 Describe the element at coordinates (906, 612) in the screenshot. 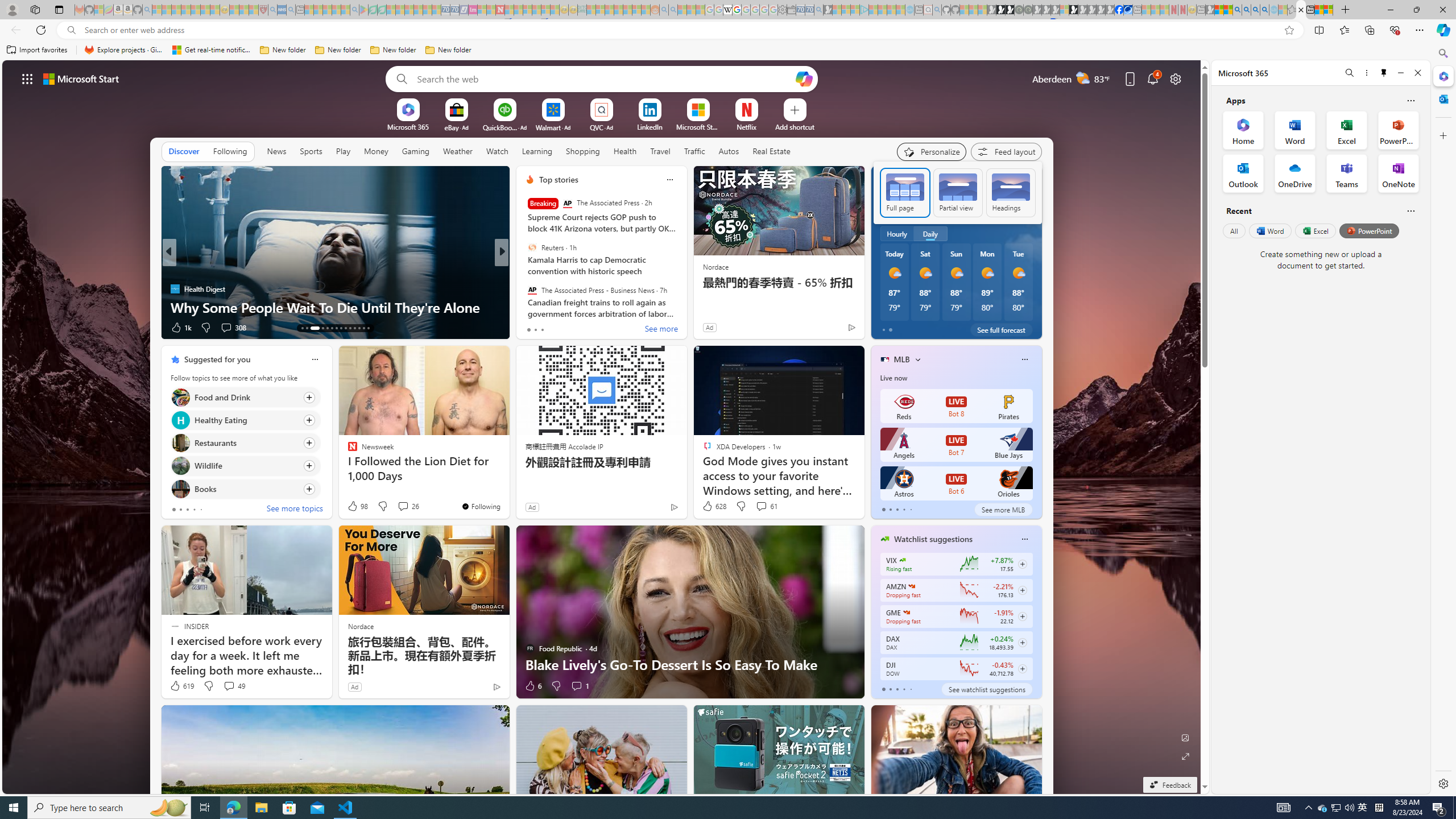

I see `'GAMESTOP CORP.'` at that location.